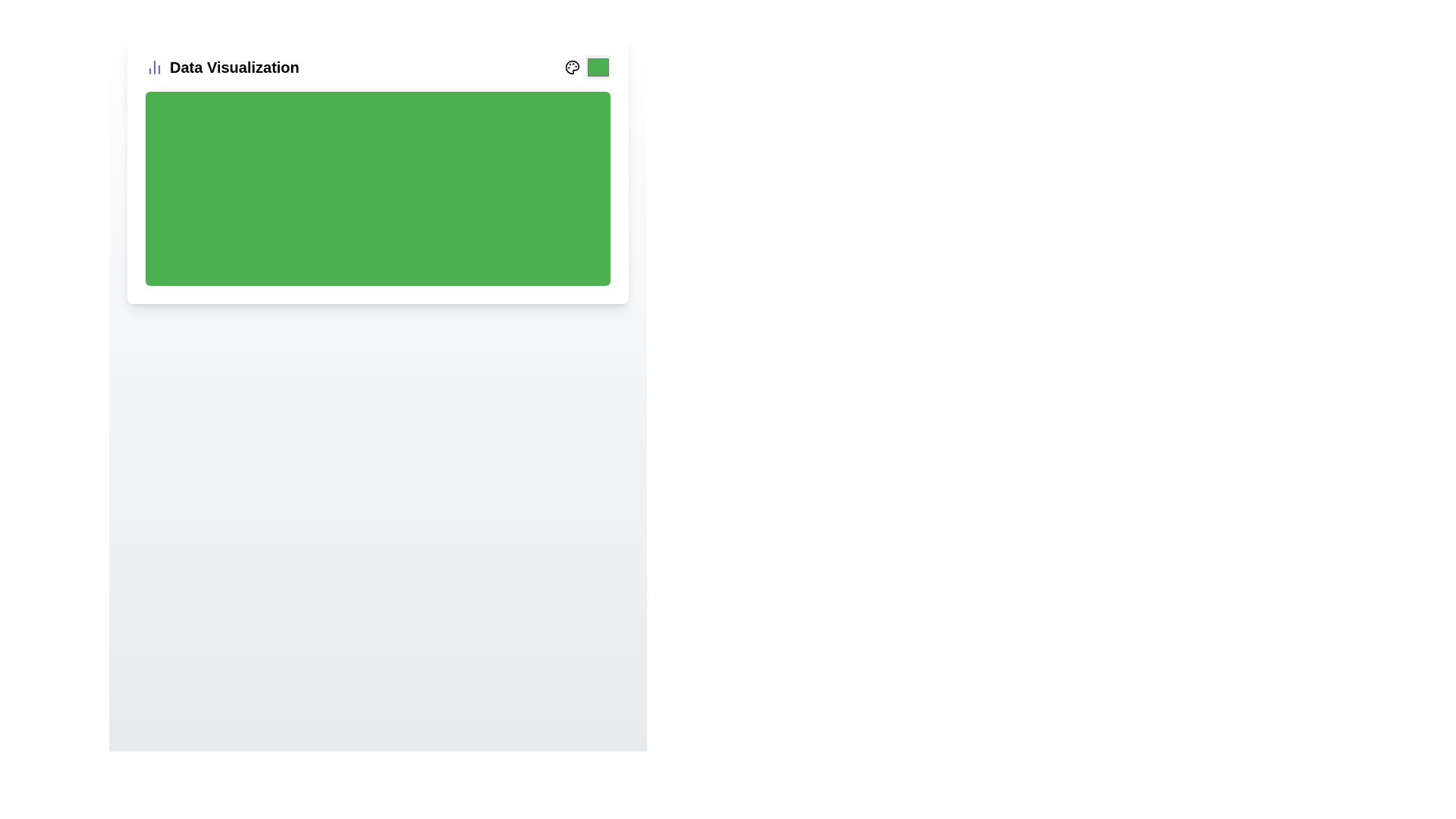 This screenshot has width=1456, height=819. I want to click on the text label with an icon positioned at the top-left corner of the rectangular green content area, which categorizes or labels the adjacent content, so click(221, 66).